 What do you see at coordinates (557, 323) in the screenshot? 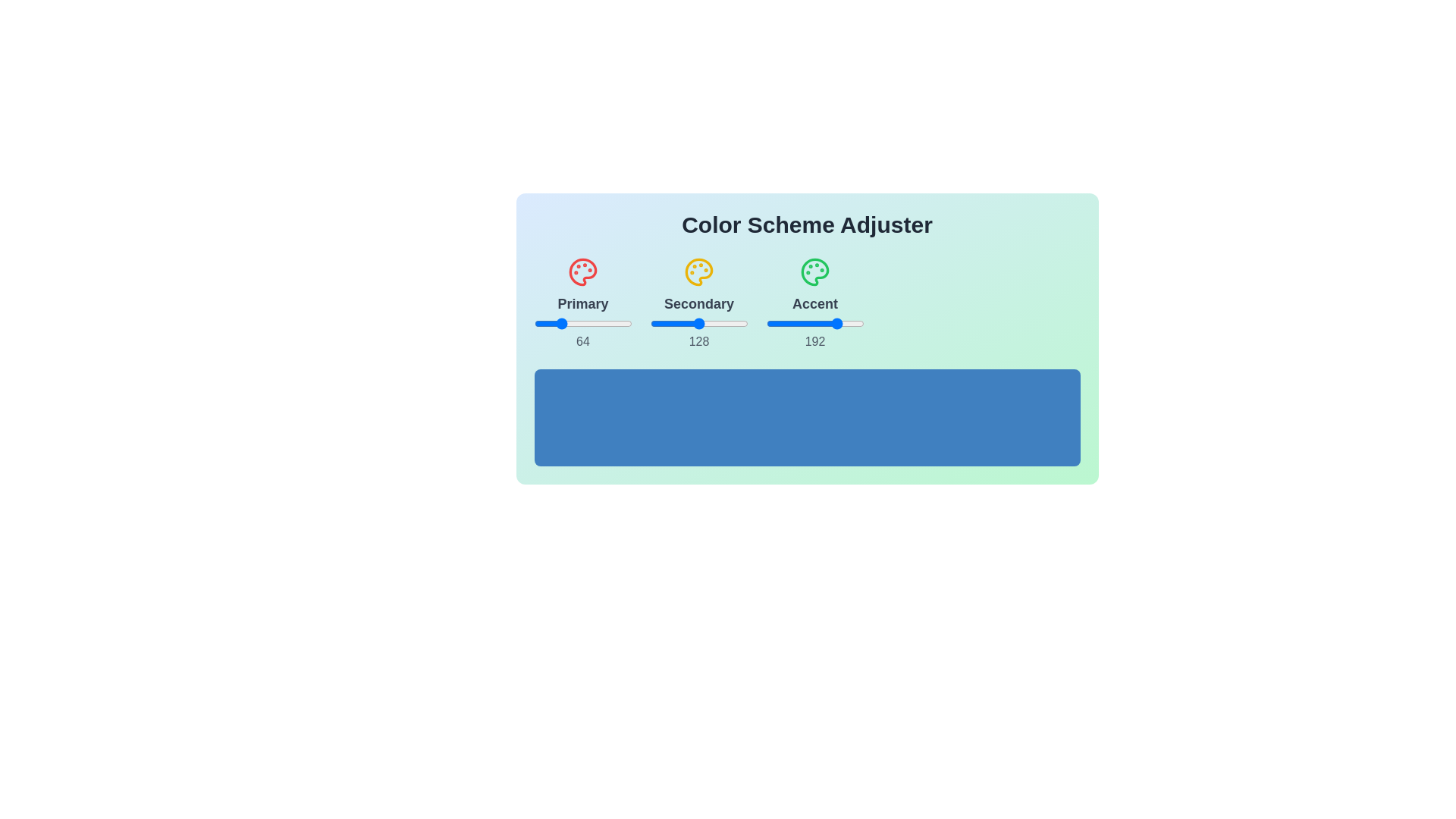
I see `the 1 slider to 61` at bounding box center [557, 323].